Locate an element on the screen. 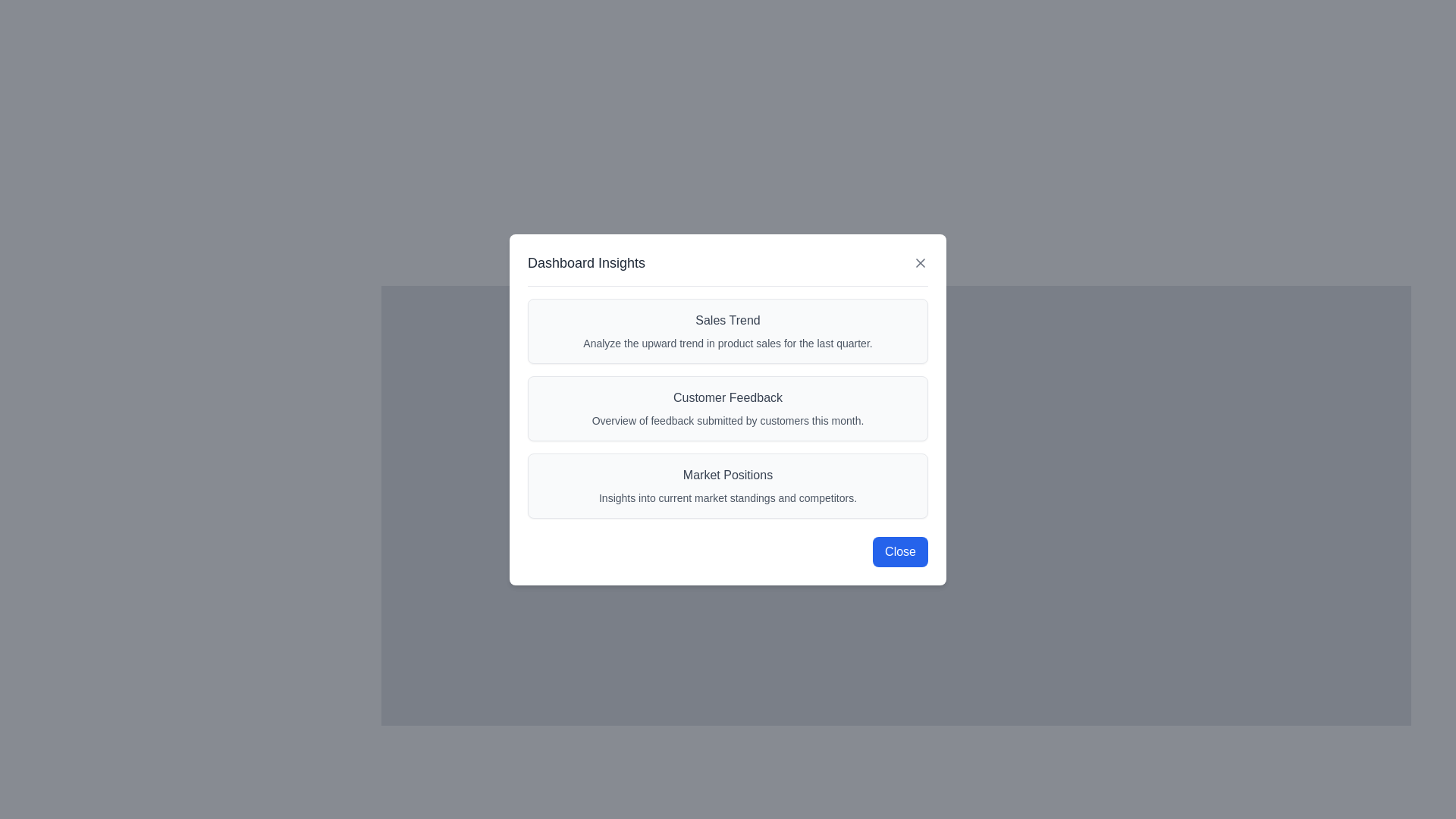 The image size is (1456, 819). the label text that reads 'Overview of feedback submitted by customers this month.', which is styled in a smaller font size and muted gray color, positioned below the 'Customer Feedback' heading is located at coordinates (728, 420).